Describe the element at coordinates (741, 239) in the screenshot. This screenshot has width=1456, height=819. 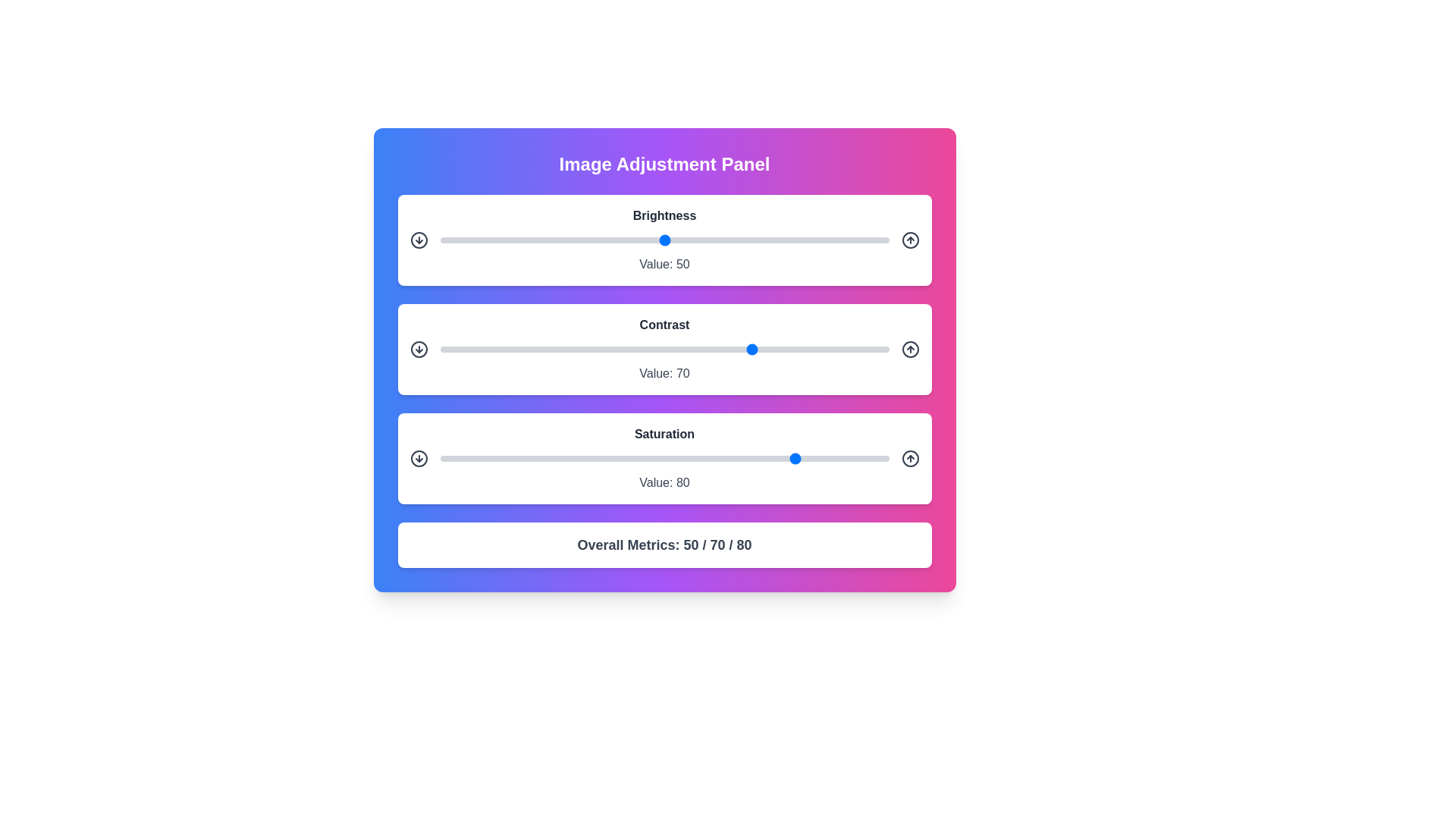
I see `brightness` at that location.